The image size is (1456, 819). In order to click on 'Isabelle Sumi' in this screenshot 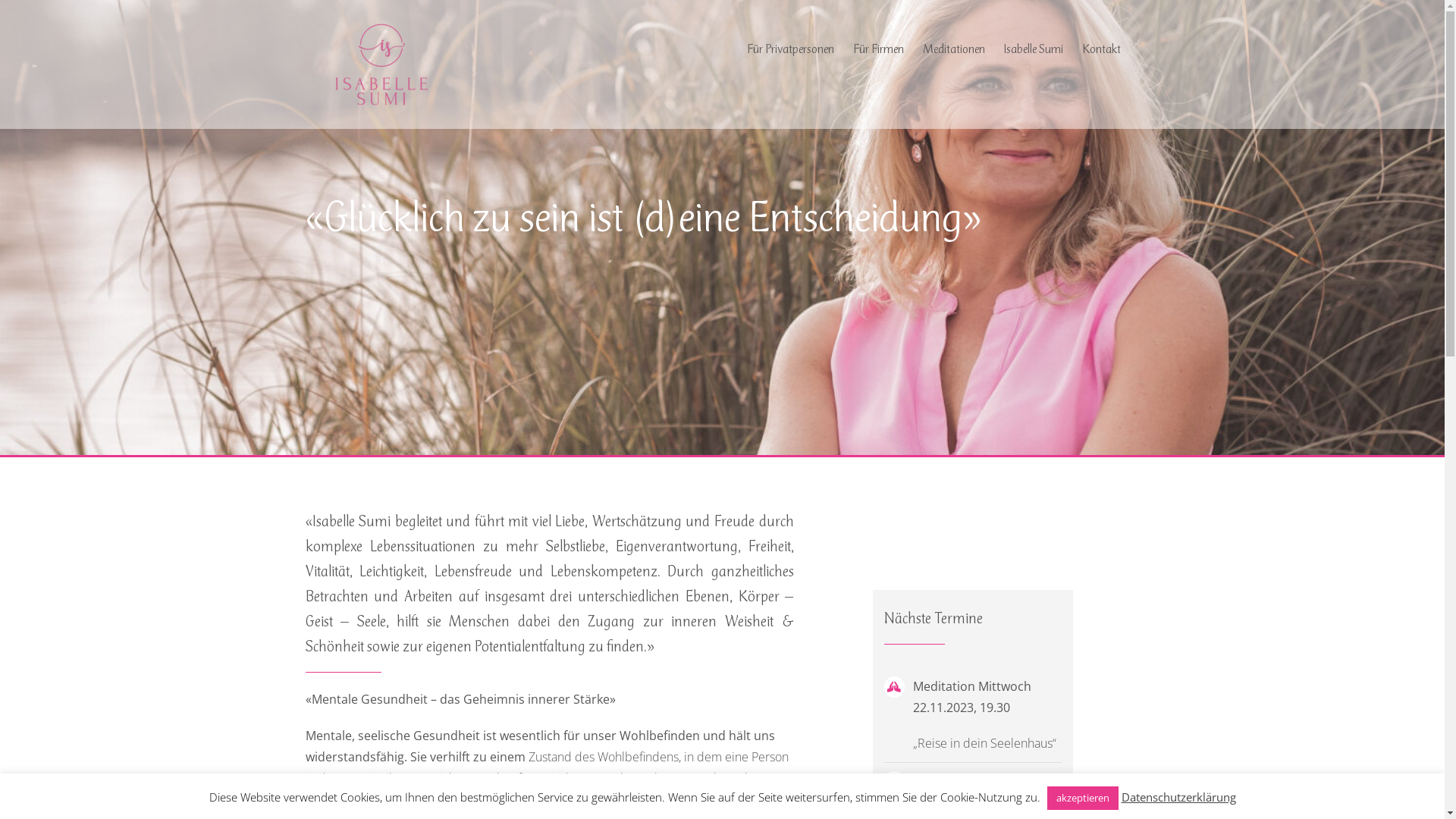, I will do `click(1033, 48)`.